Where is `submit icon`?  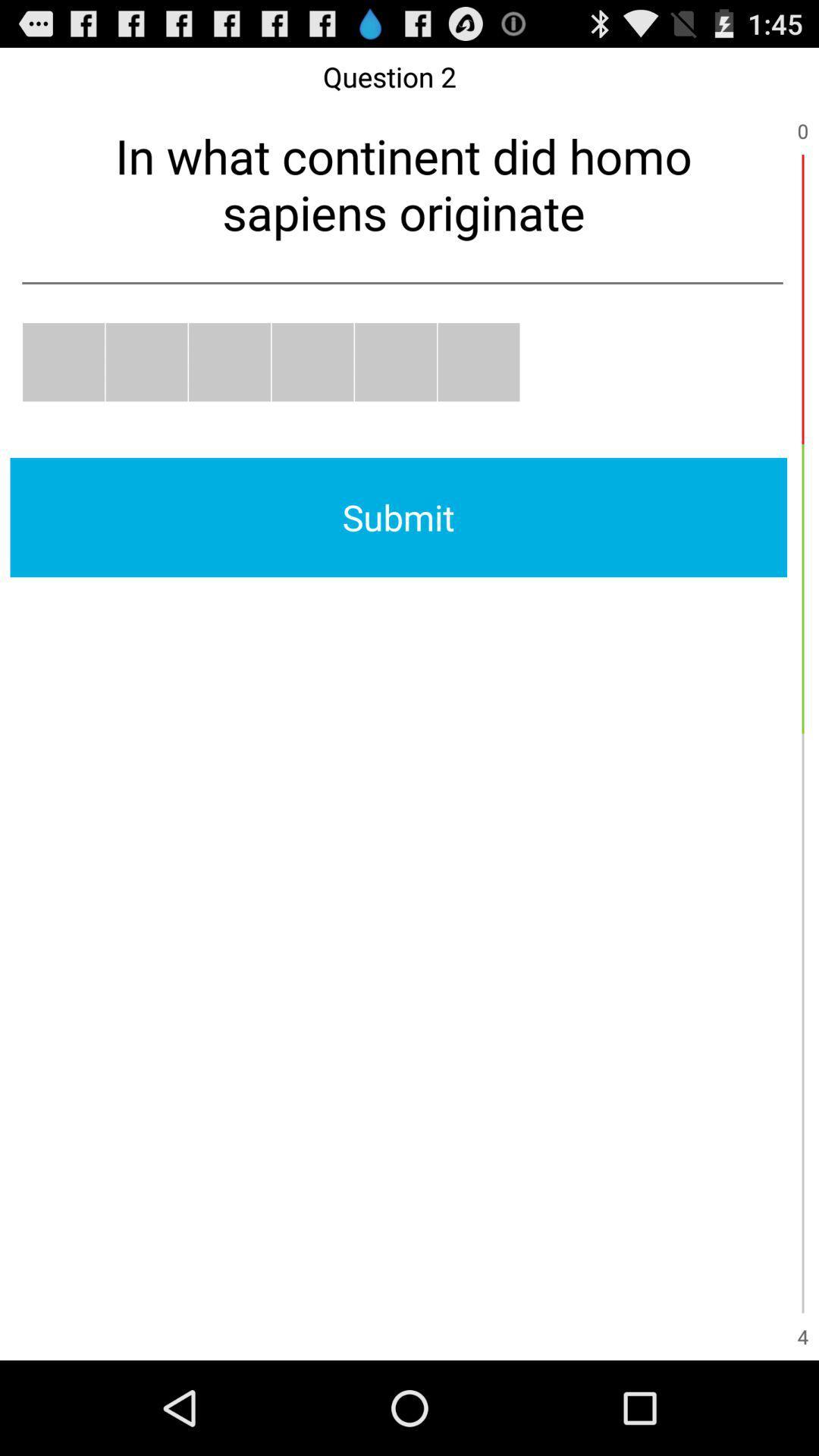
submit icon is located at coordinates (397, 517).